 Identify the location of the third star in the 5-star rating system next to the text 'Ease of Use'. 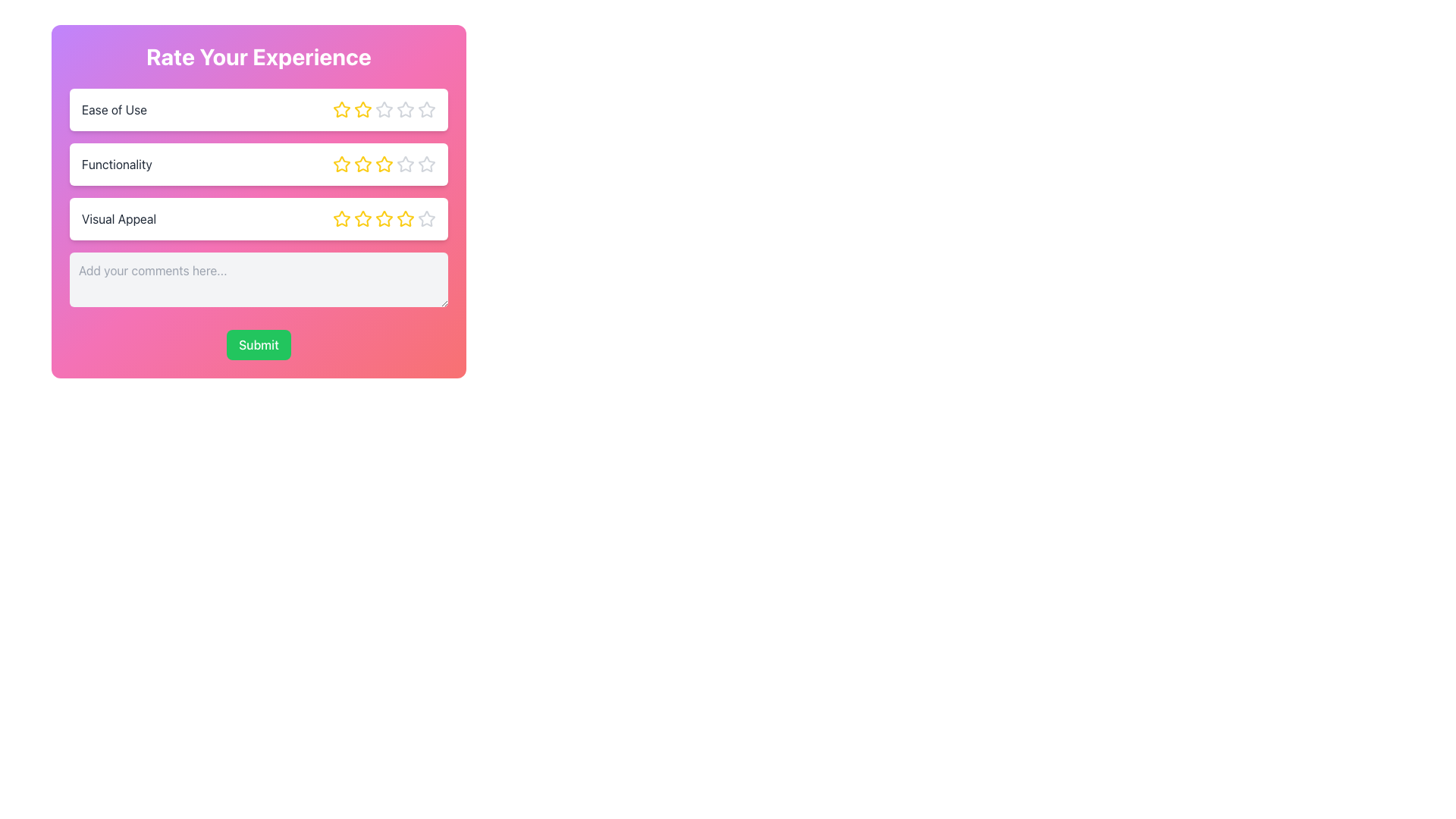
(384, 109).